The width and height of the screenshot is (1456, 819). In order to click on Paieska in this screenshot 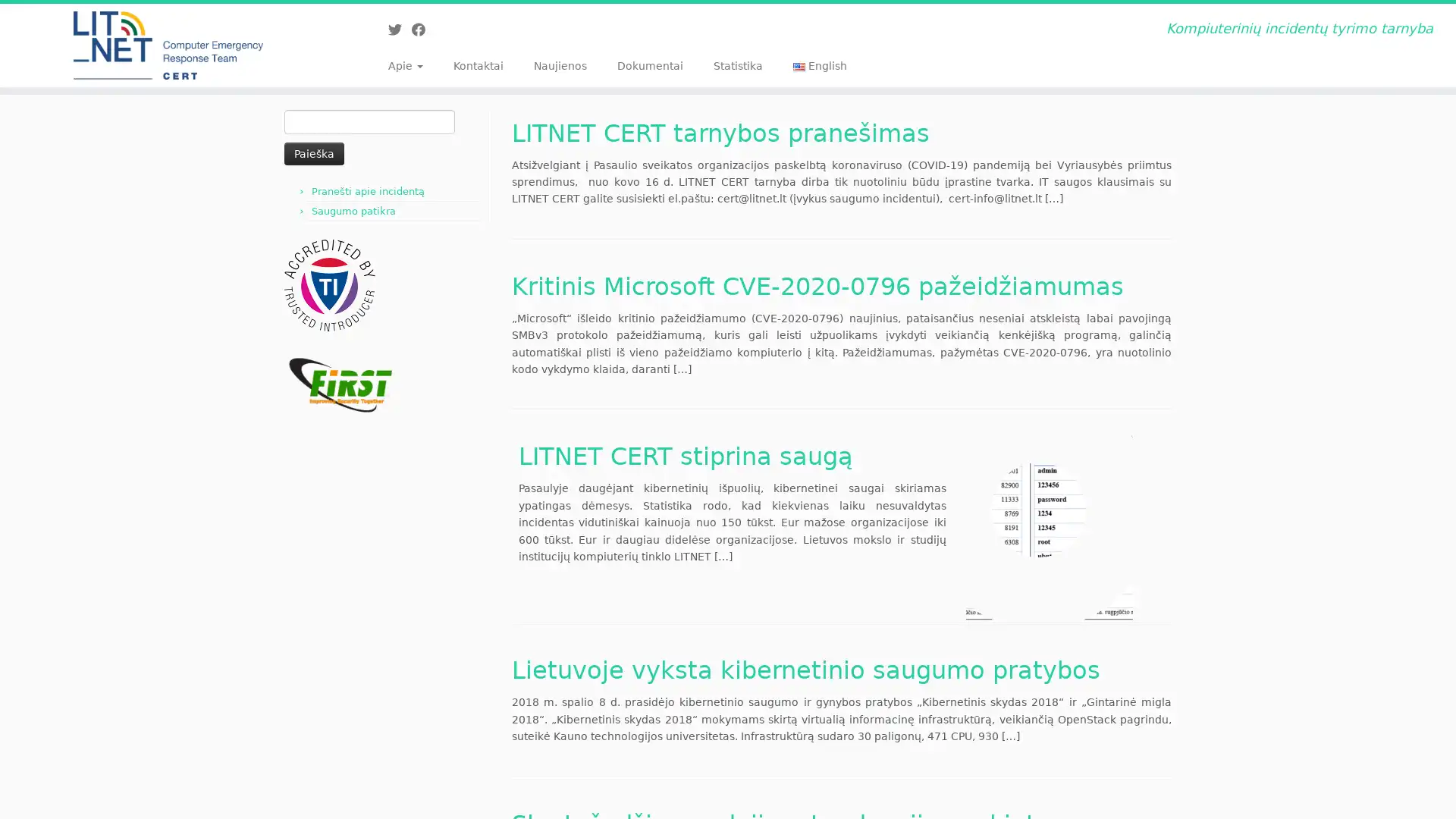, I will do `click(313, 152)`.